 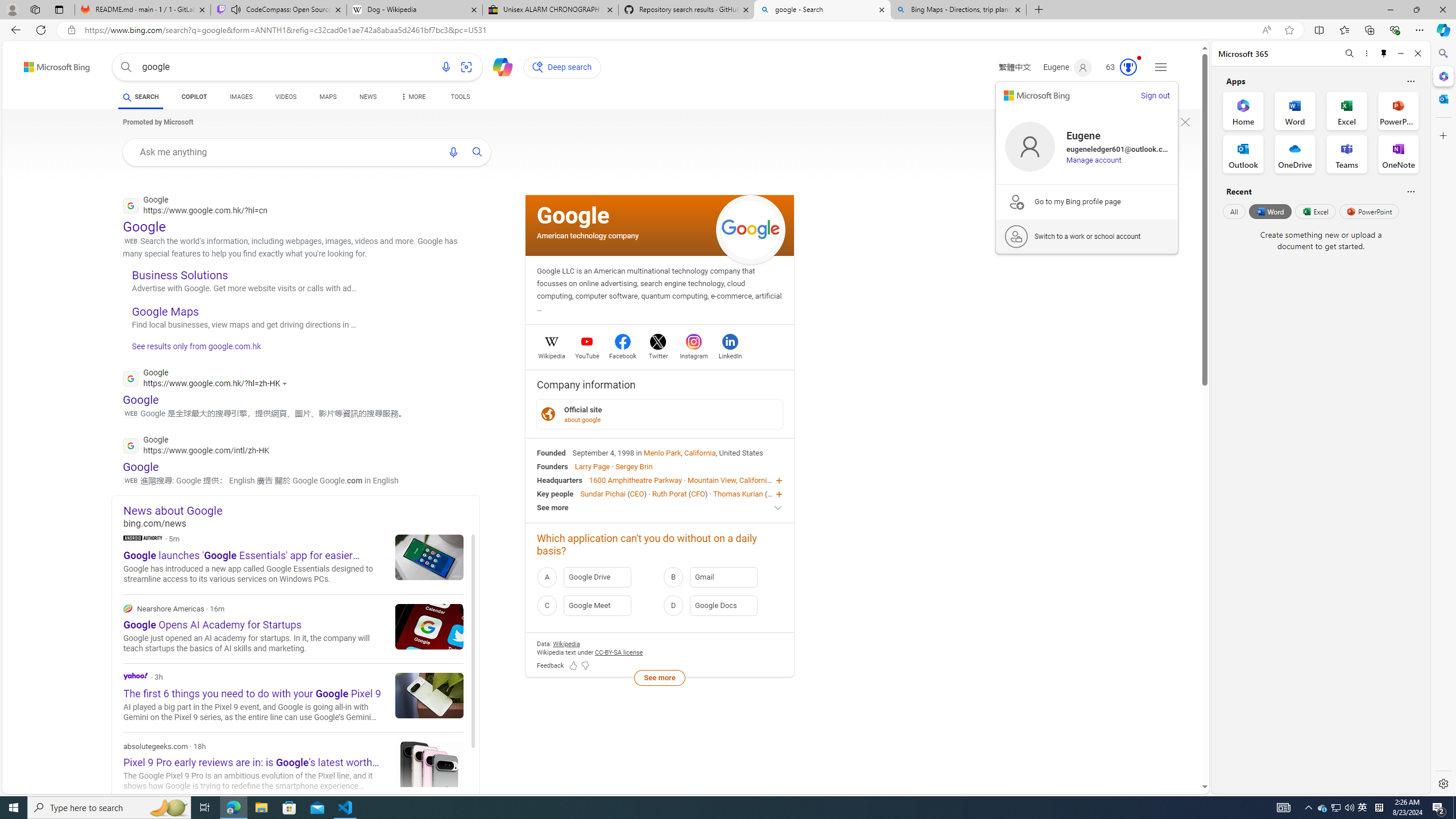 What do you see at coordinates (287, 383) in the screenshot?
I see `'Actions for this site'` at bounding box center [287, 383].